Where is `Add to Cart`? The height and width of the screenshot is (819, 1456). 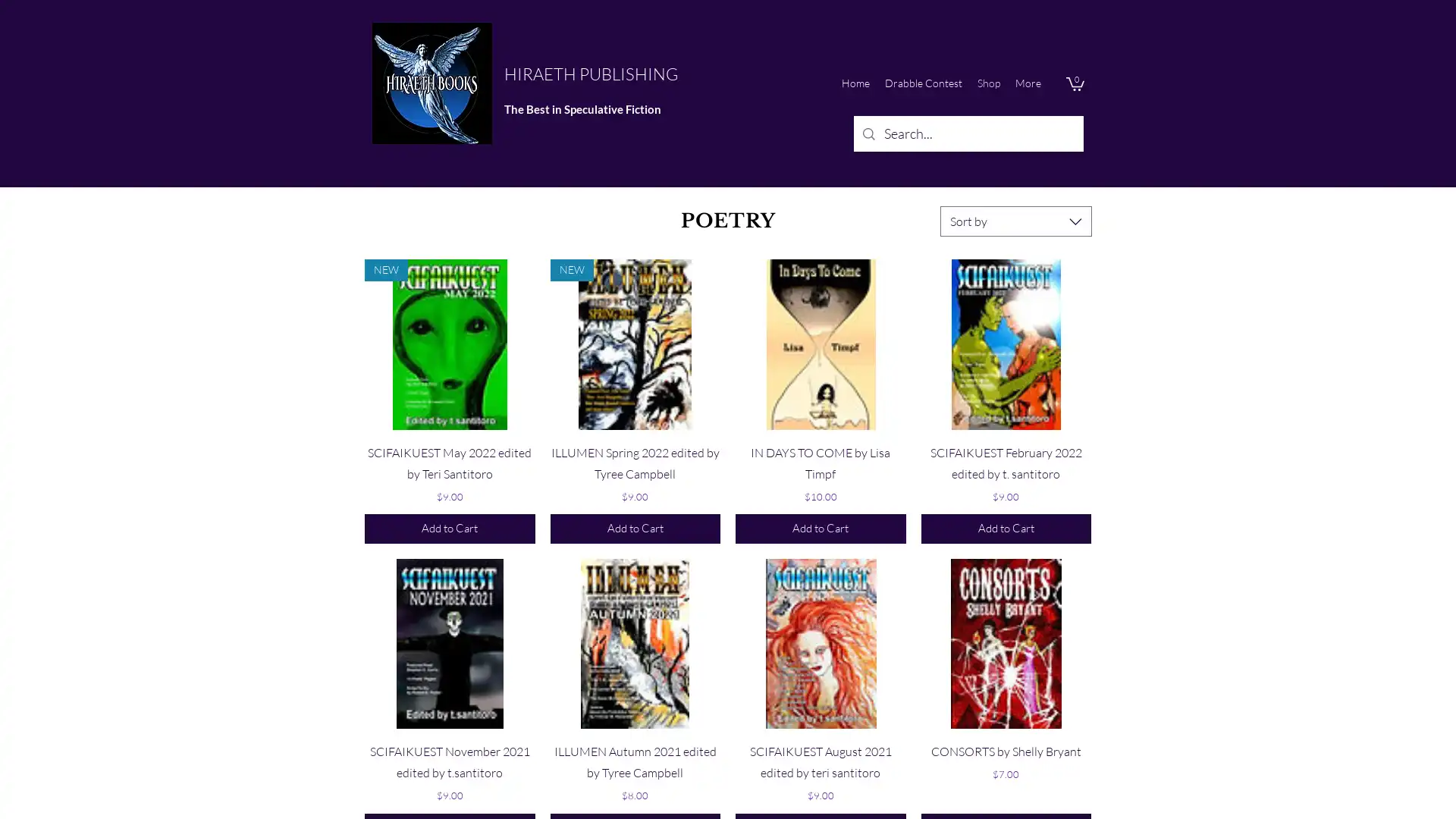 Add to Cart is located at coordinates (819, 528).